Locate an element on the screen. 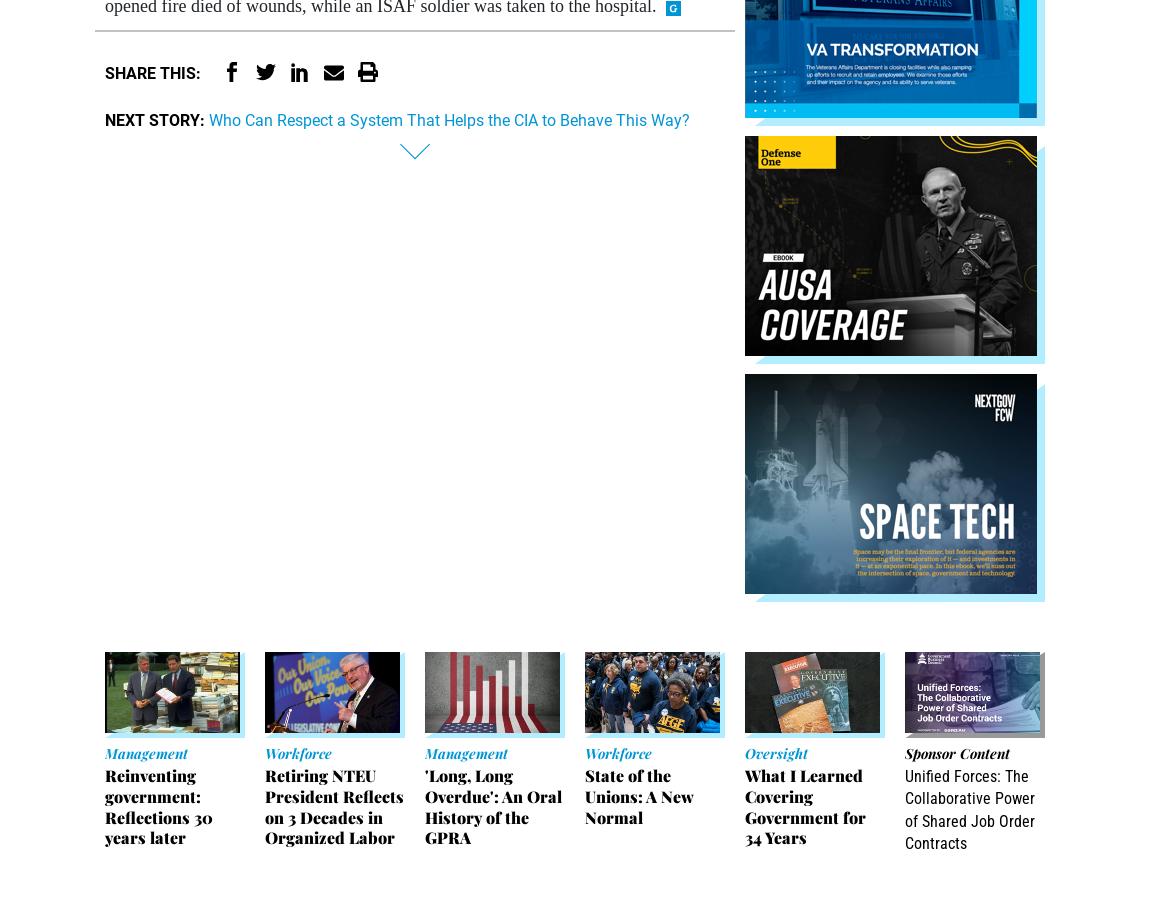 The image size is (1150, 905). 'Who Can Respect a System That Helps the CIA to Behave This Way?' is located at coordinates (449, 118).